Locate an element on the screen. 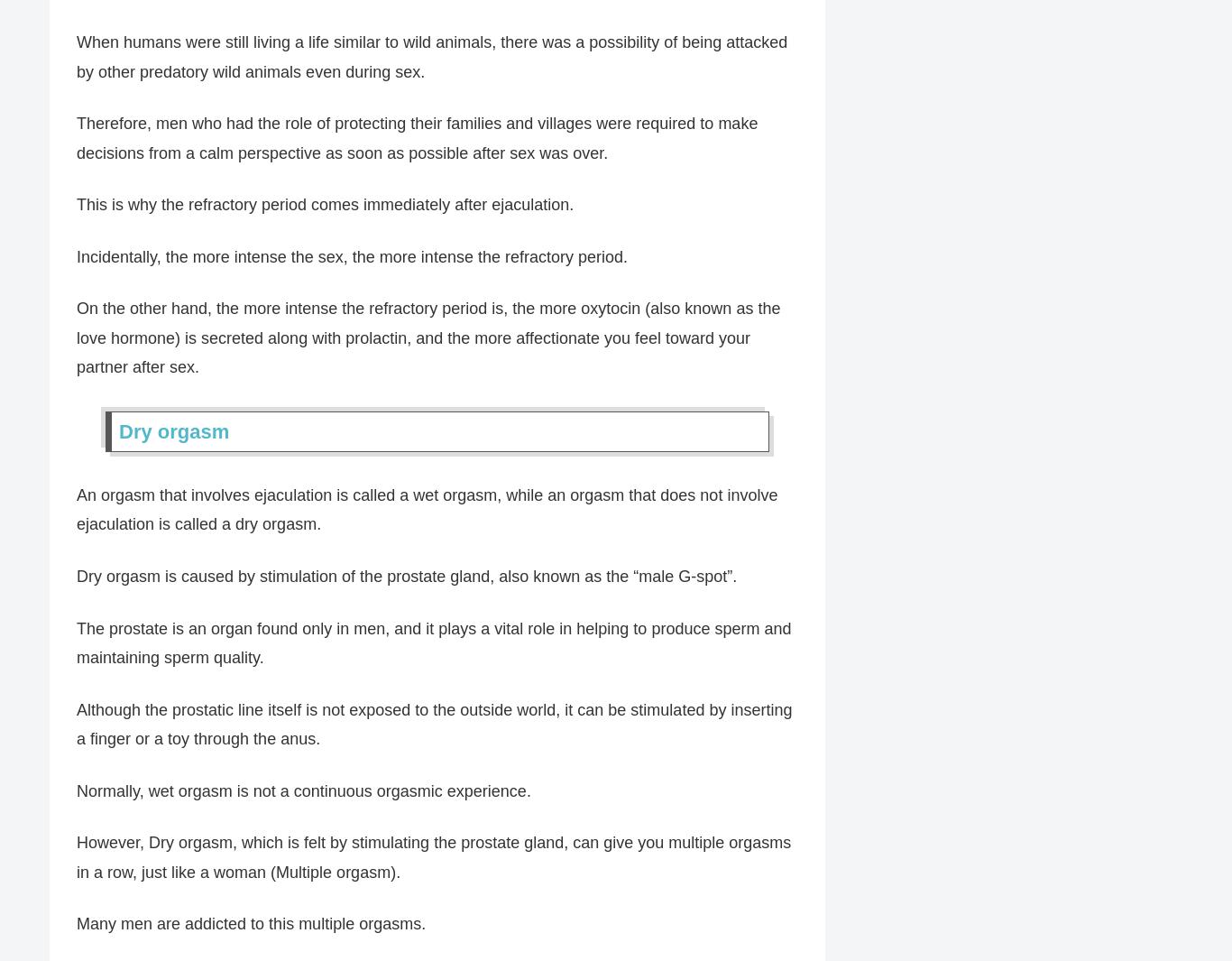  'Normally, wet orgasm is not a continuous orgasmic experience.' is located at coordinates (303, 790).